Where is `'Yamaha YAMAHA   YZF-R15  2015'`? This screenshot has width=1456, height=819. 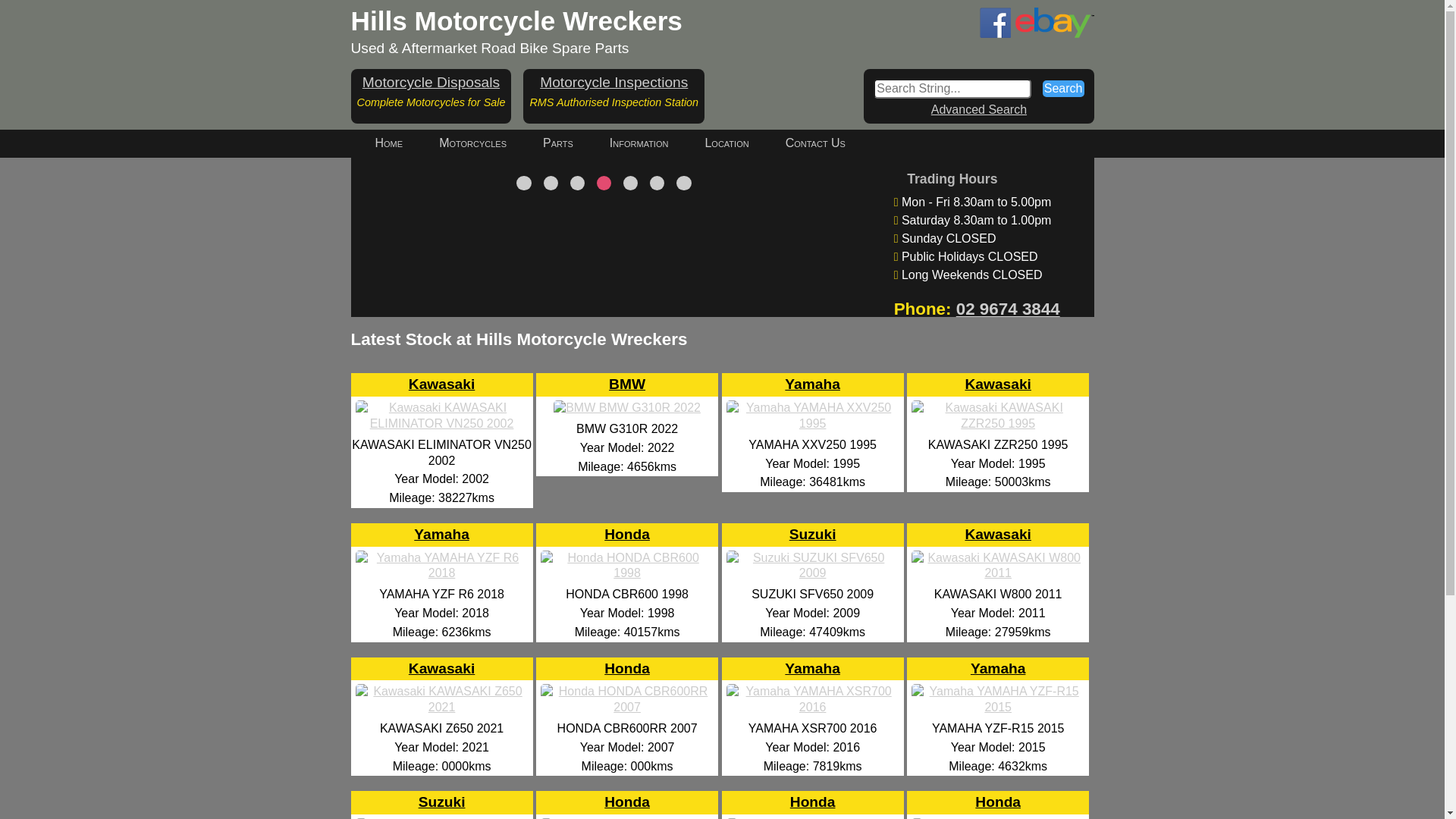
'Yamaha YAMAHA   YZF-R15  2015' is located at coordinates (997, 707).